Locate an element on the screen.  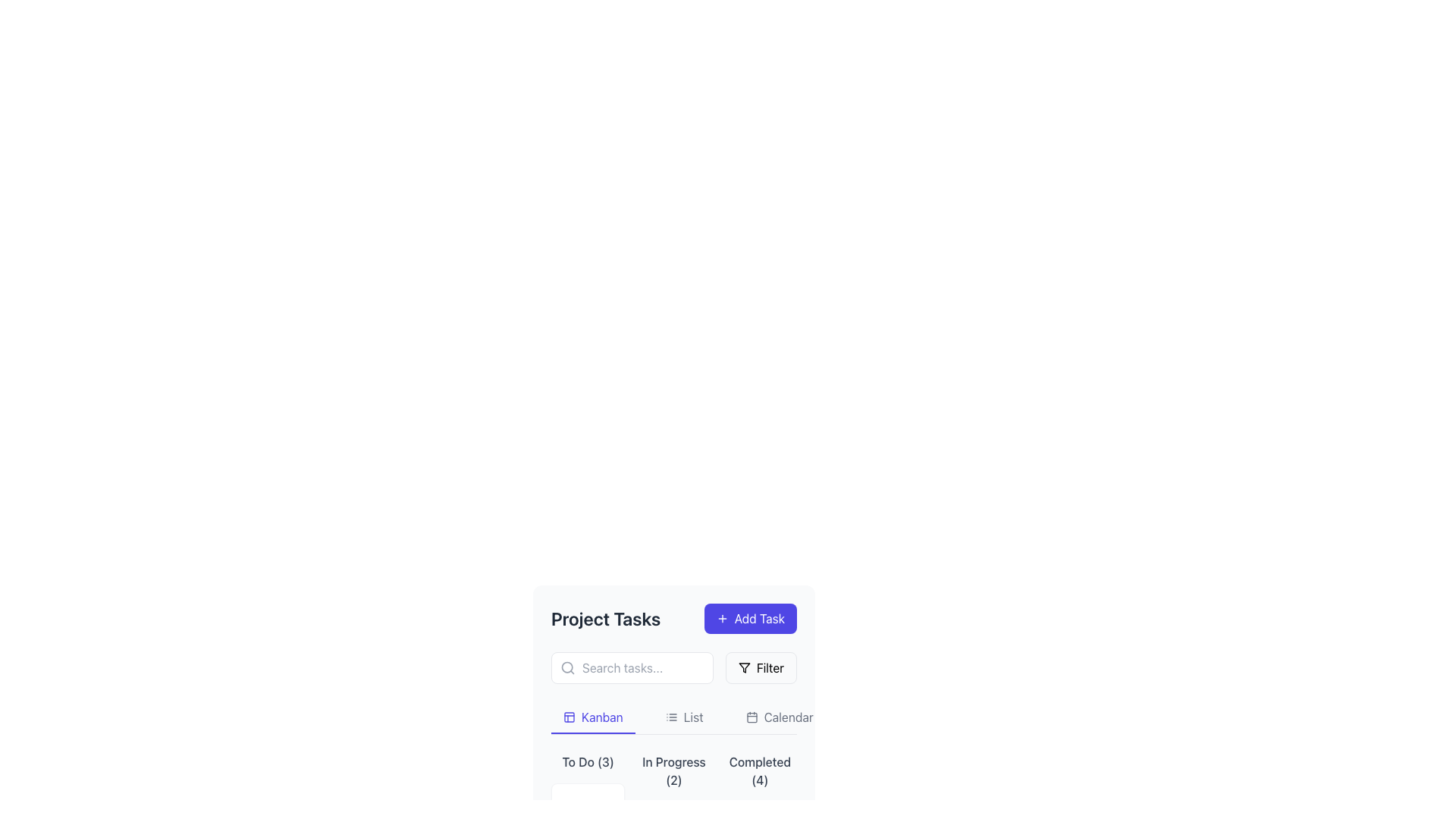
the icon structured within a square frame divided into quadrants, located in the 'Kanban' section beneath the search bar in the 'Project Tasks' interface is located at coordinates (568, 717).